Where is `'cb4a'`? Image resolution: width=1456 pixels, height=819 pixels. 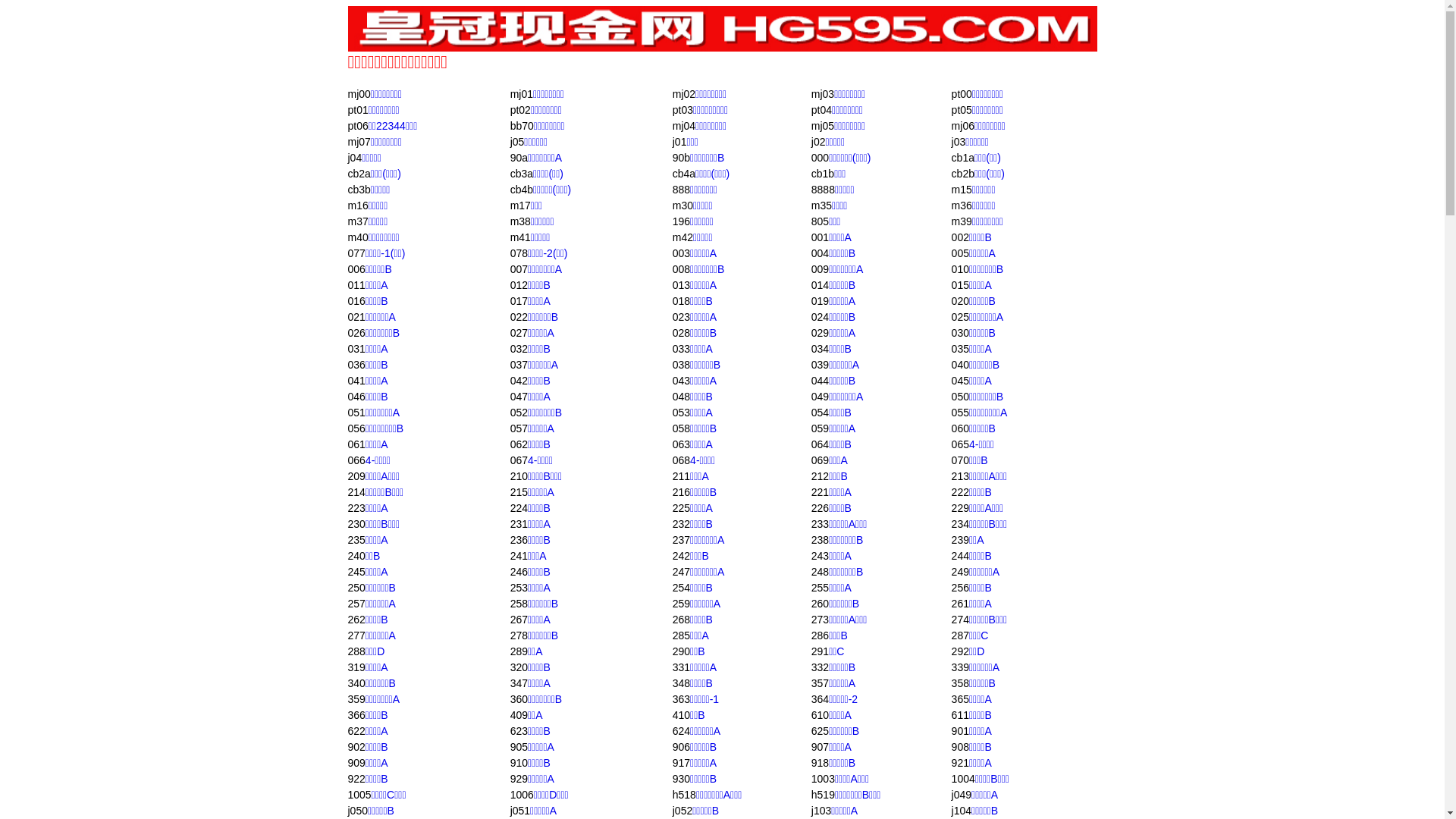
'cb4a' is located at coordinates (683, 172).